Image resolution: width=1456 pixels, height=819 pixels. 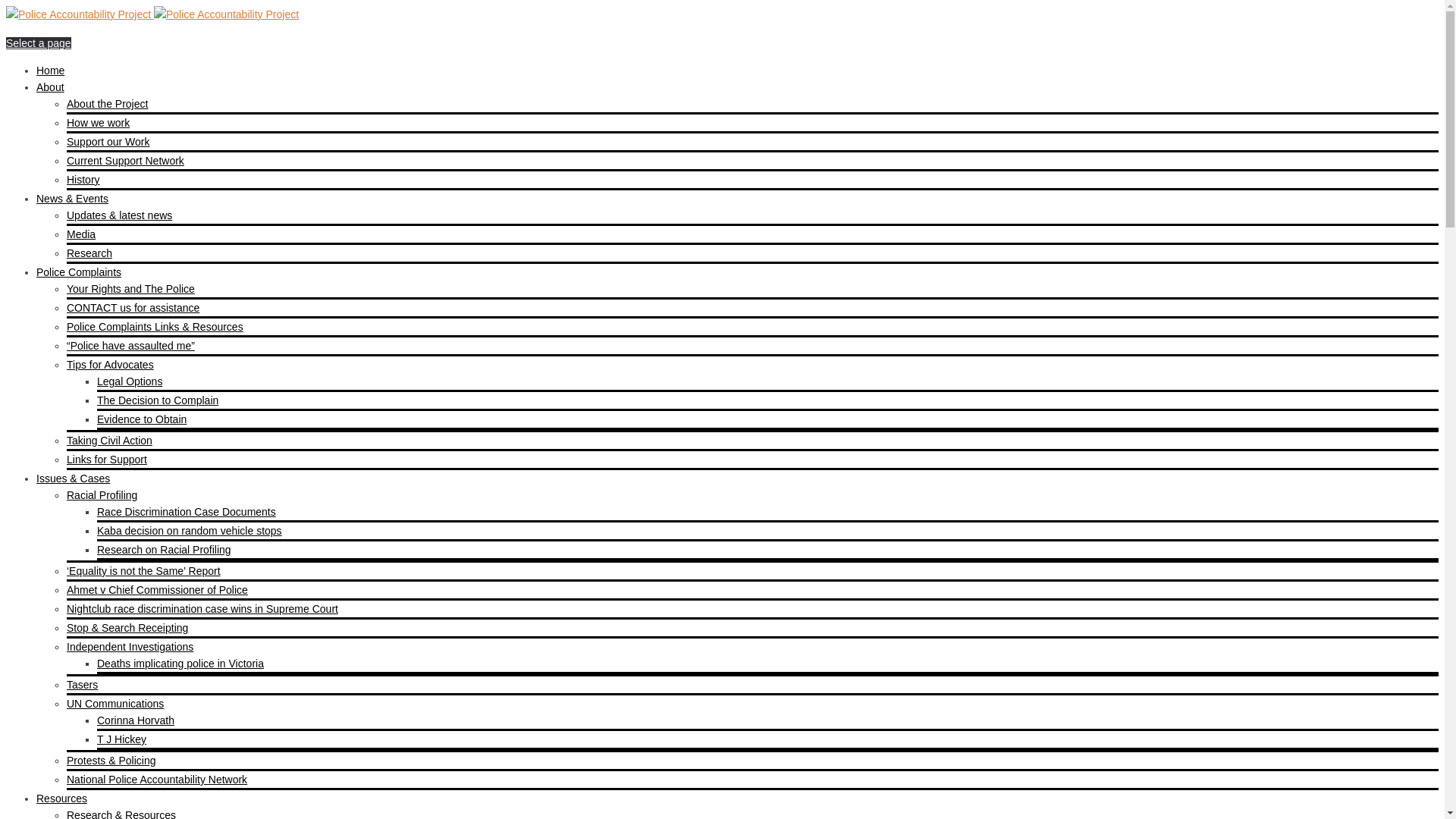 What do you see at coordinates (83, 178) in the screenshot?
I see `'History'` at bounding box center [83, 178].